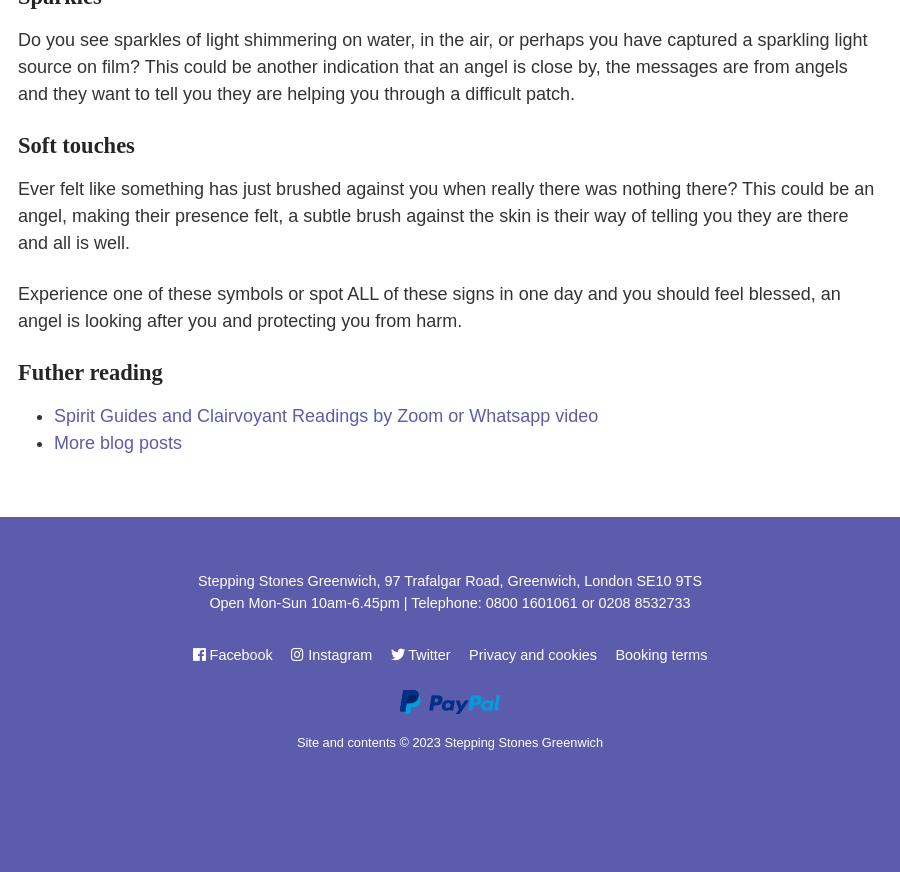 This screenshot has width=900, height=872. I want to click on 'Privacy and cookies', so click(531, 654).